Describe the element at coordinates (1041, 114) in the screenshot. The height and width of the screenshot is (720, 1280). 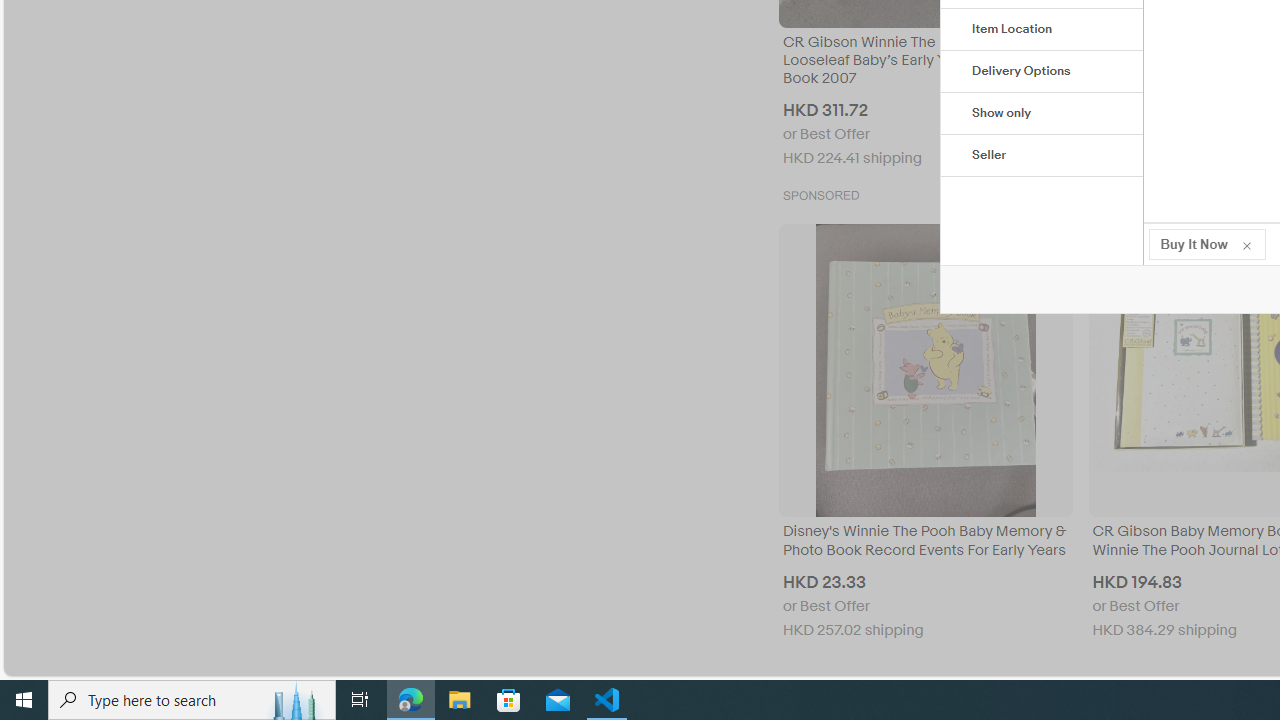
I see `'Show only'` at that location.